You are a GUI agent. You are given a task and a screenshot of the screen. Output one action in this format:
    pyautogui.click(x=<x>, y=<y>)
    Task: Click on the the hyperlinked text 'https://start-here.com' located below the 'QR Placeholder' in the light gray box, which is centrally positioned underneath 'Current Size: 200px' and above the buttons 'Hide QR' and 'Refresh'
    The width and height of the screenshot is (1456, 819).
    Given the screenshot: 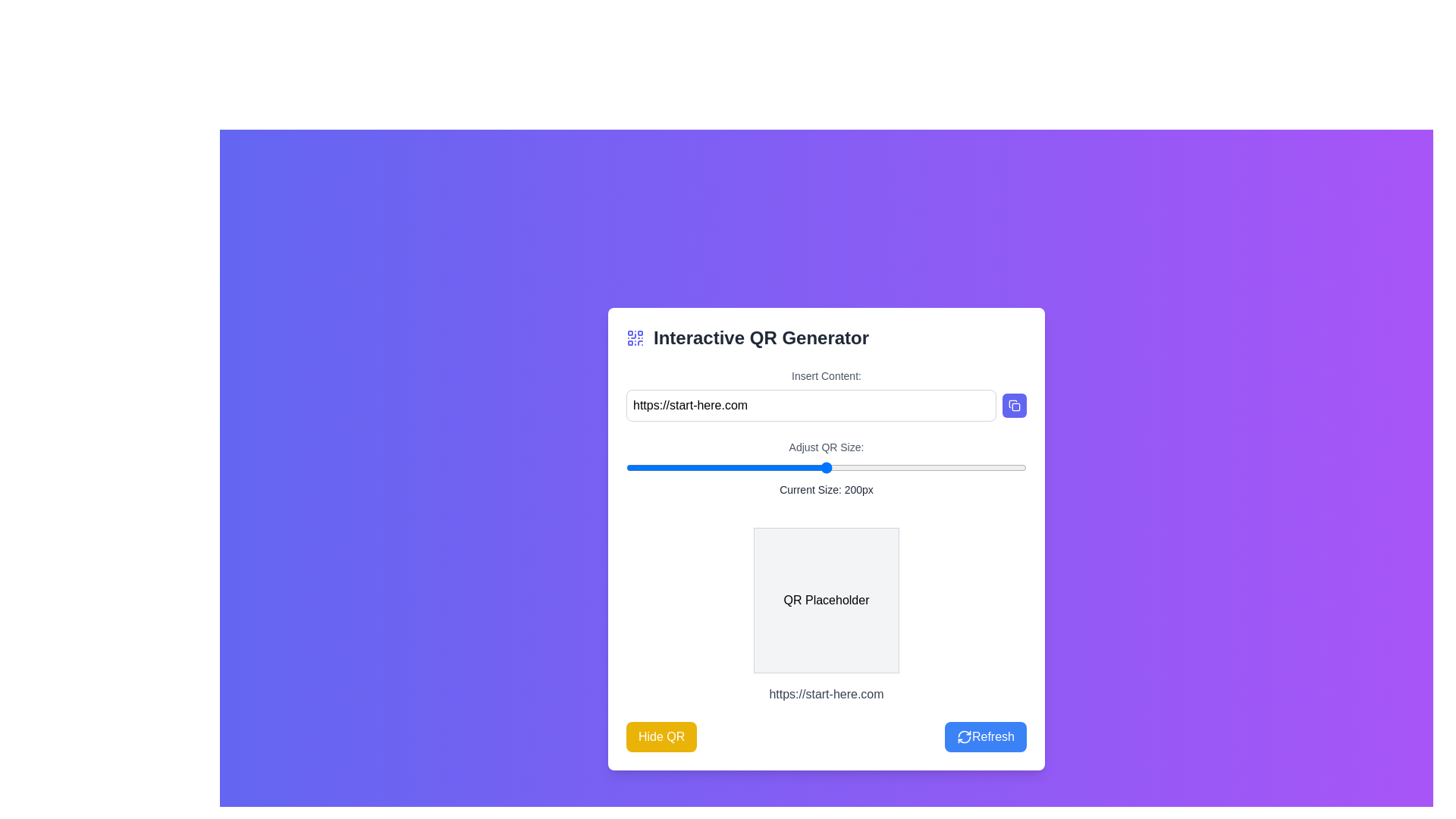 What is the action you would take?
    pyautogui.click(x=825, y=608)
    